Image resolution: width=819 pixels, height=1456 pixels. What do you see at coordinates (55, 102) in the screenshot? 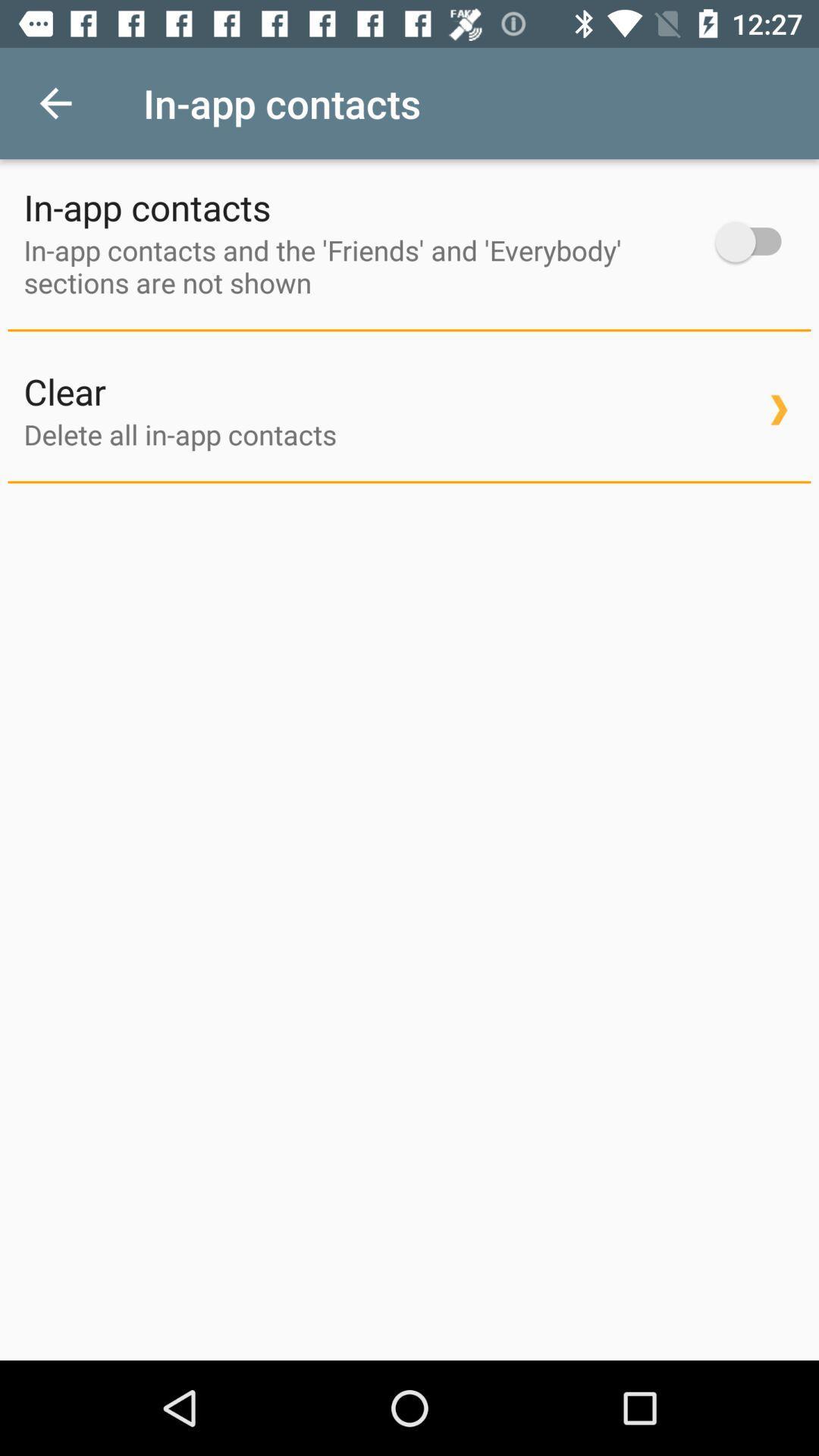
I see `the item to the left of in-app contacts` at bounding box center [55, 102].